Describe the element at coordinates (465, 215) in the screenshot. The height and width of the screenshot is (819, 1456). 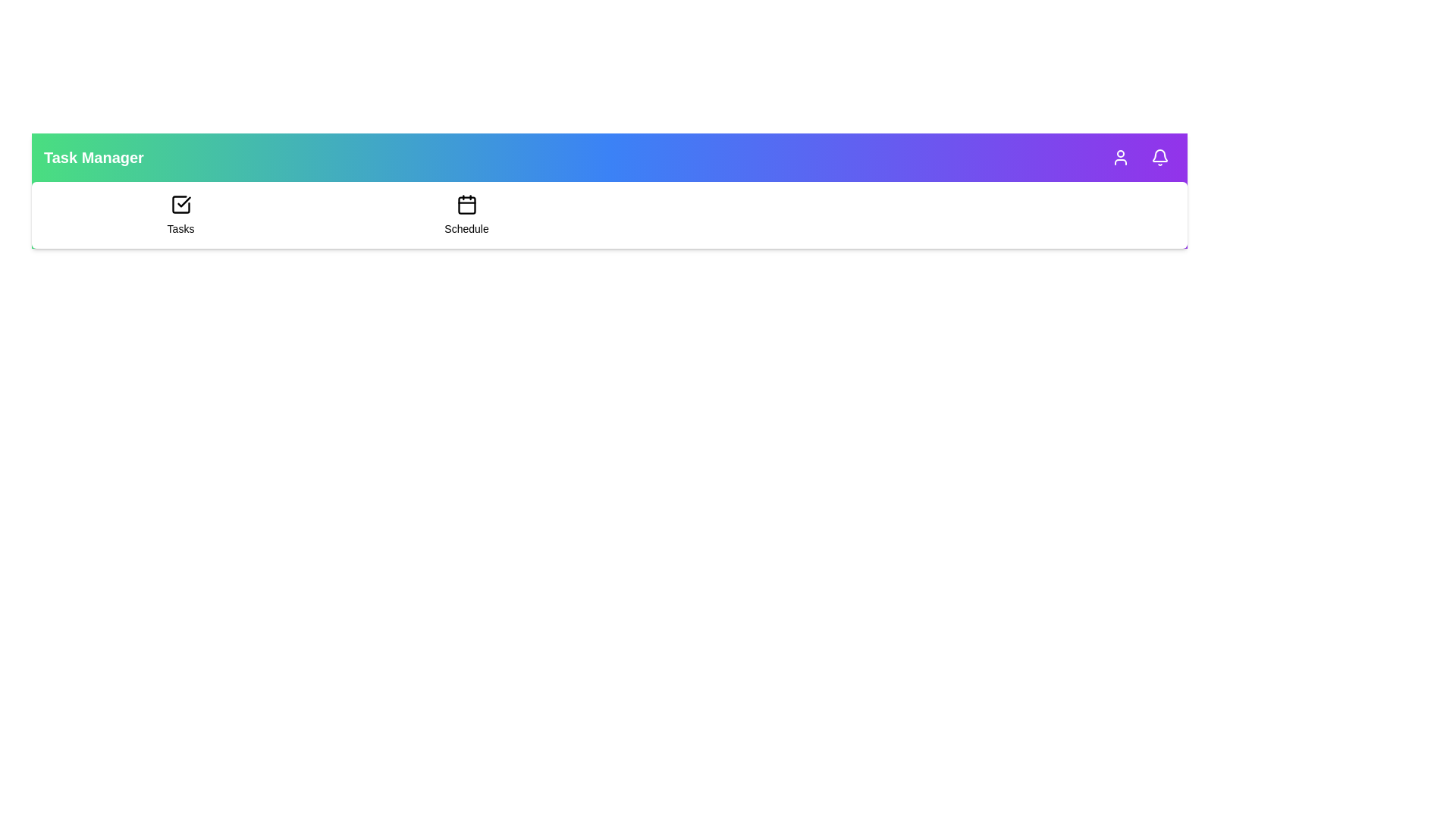
I see `the 'Schedule' item in the navigation menu` at that location.